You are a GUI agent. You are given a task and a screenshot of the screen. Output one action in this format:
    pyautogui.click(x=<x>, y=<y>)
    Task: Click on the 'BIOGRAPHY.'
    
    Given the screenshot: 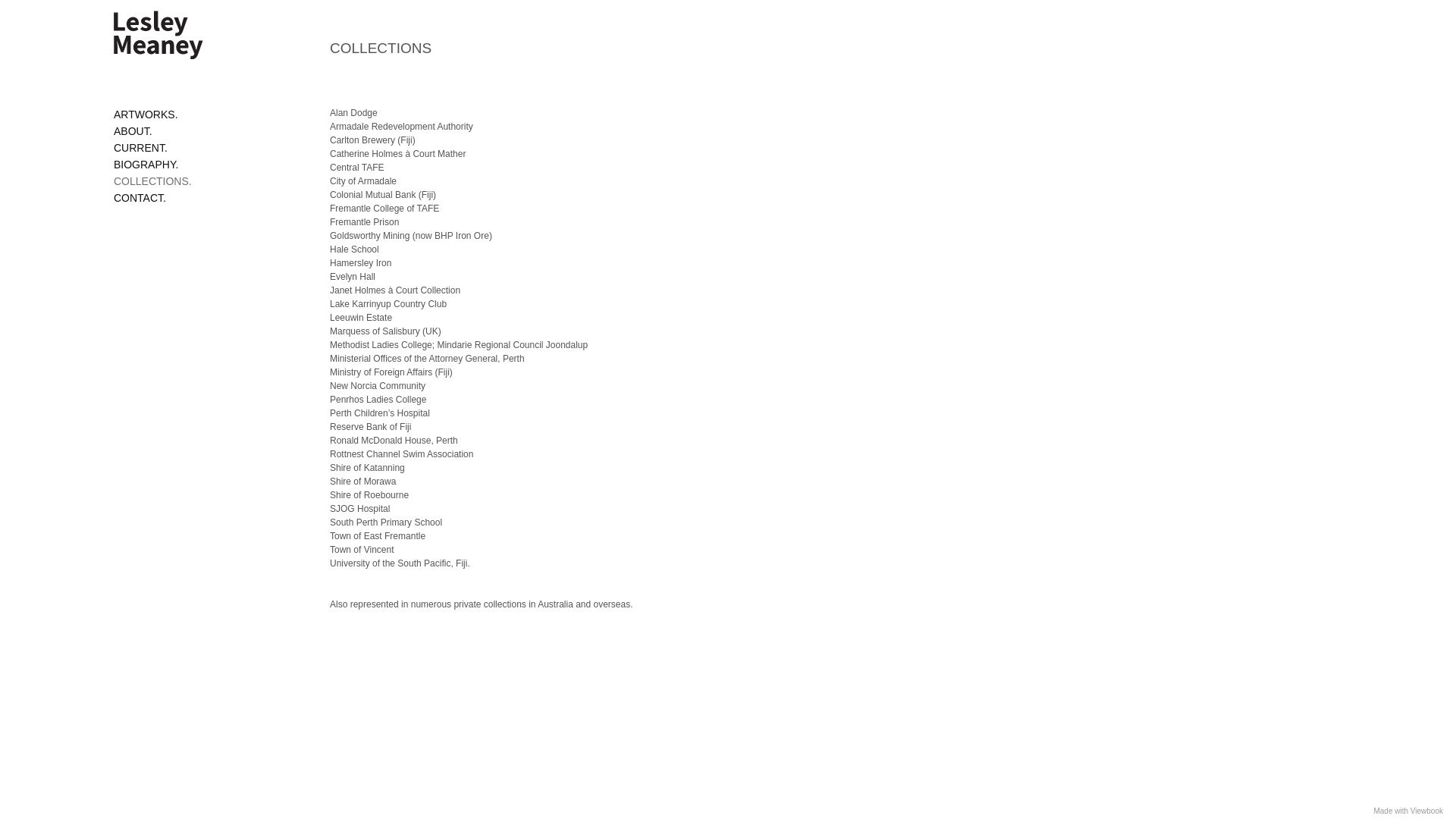 What is the action you would take?
    pyautogui.click(x=146, y=164)
    